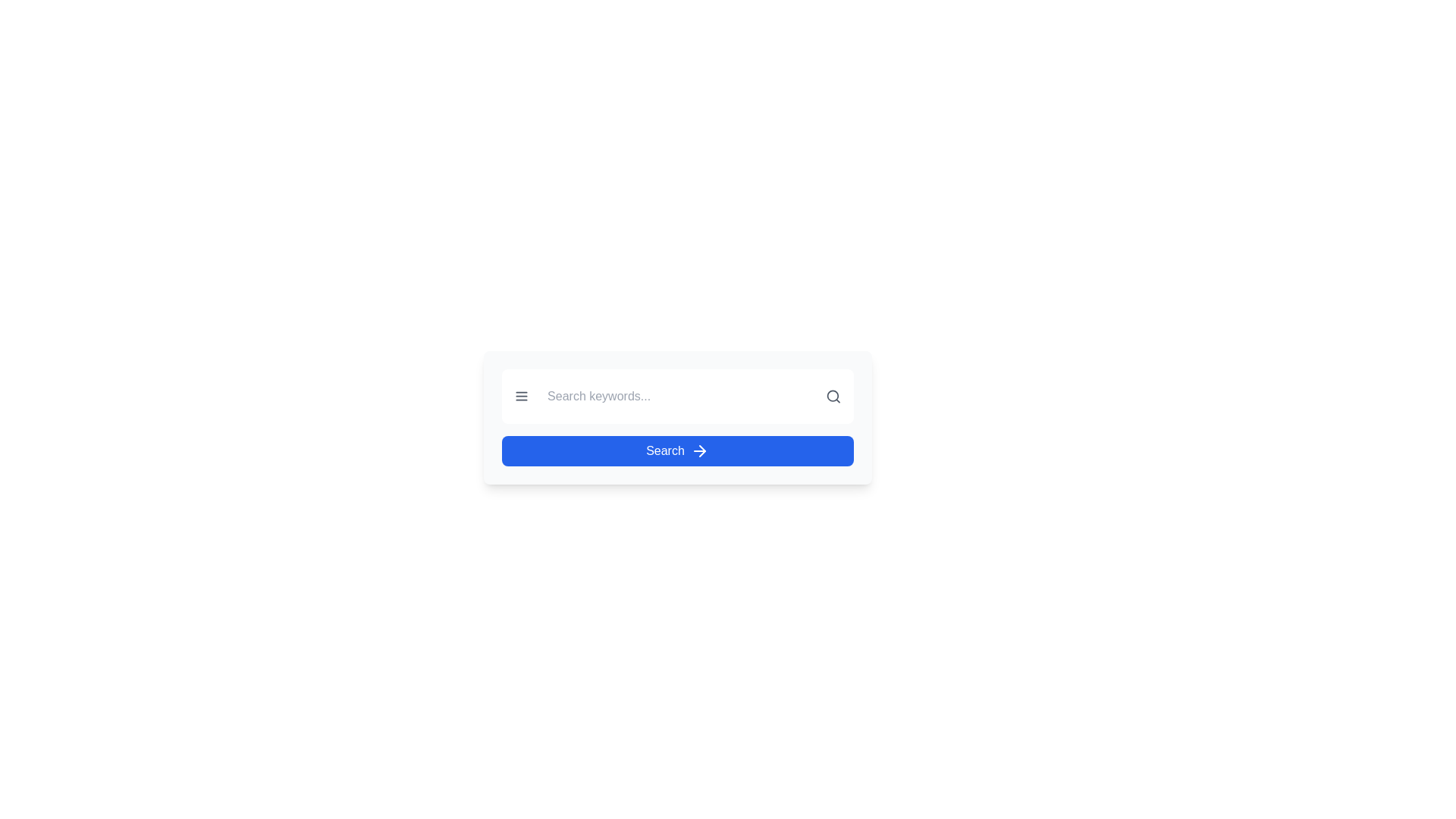 The image size is (1456, 819). What do you see at coordinates (833, 396) in the screenshot?
I see `the search icon located on the far right side of the search bar` at bounding box center [833, 396].